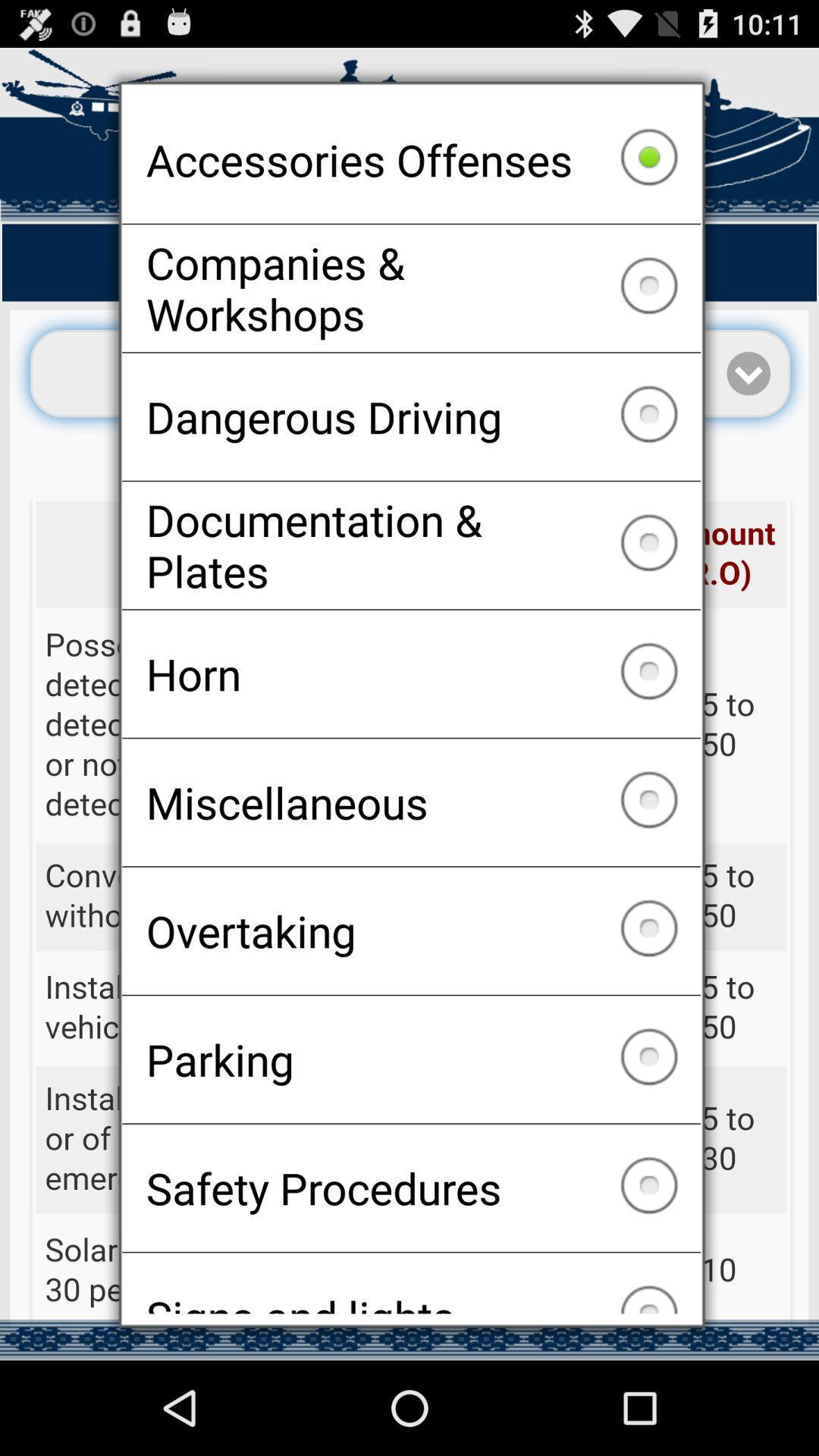  What do you see at coordinates (411, 1059) in the screenshot?
I see `the icon below the overtaking` at bounding box center [411, 1059].